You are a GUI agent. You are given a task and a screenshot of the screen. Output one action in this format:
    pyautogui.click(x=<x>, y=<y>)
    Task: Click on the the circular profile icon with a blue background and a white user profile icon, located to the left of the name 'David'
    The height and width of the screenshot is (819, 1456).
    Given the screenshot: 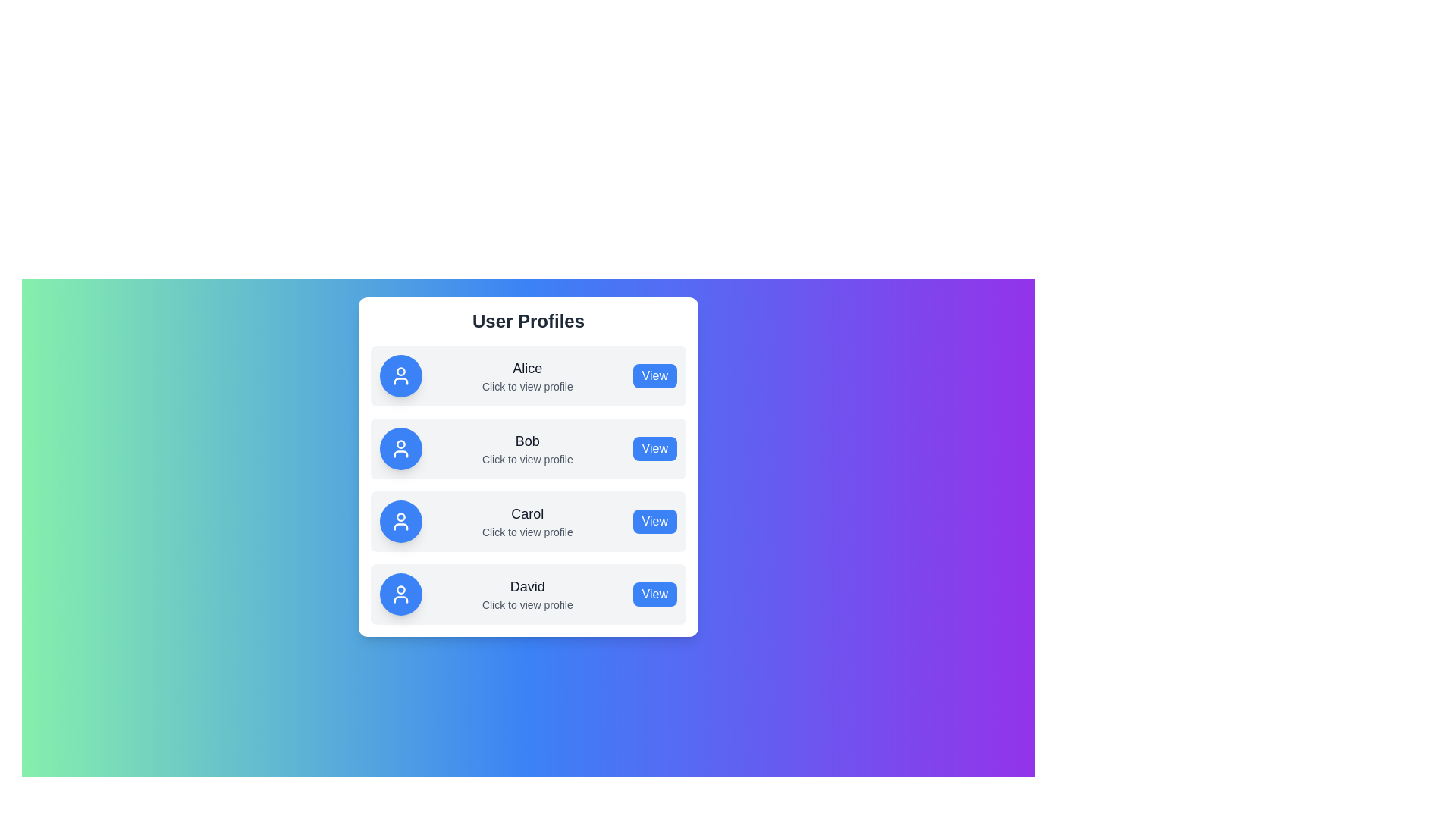 What is the action you would take?
    pyautogui.click(x=400, y=593)
    